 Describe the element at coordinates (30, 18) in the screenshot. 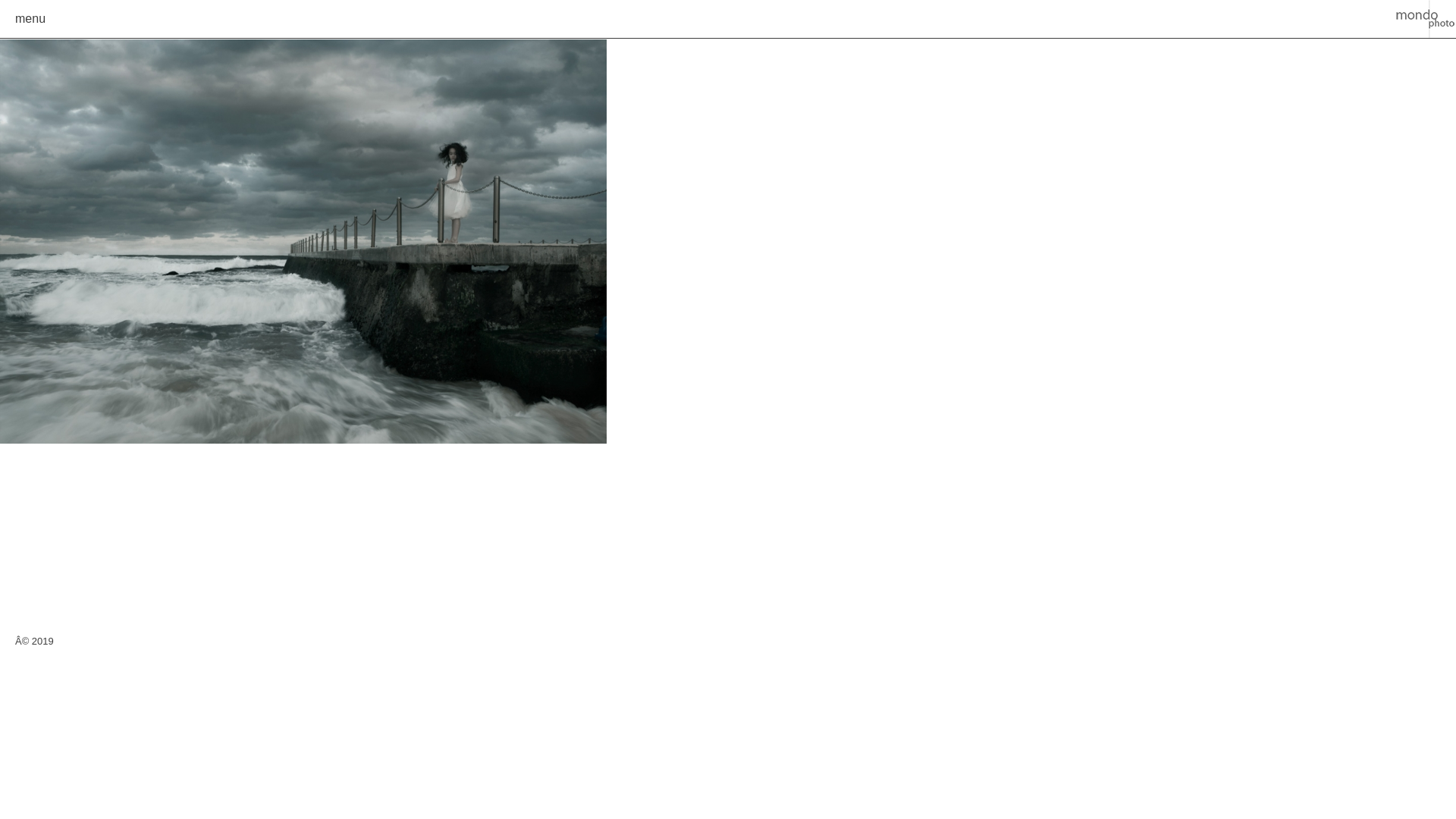

I see `'menu'` at that location.